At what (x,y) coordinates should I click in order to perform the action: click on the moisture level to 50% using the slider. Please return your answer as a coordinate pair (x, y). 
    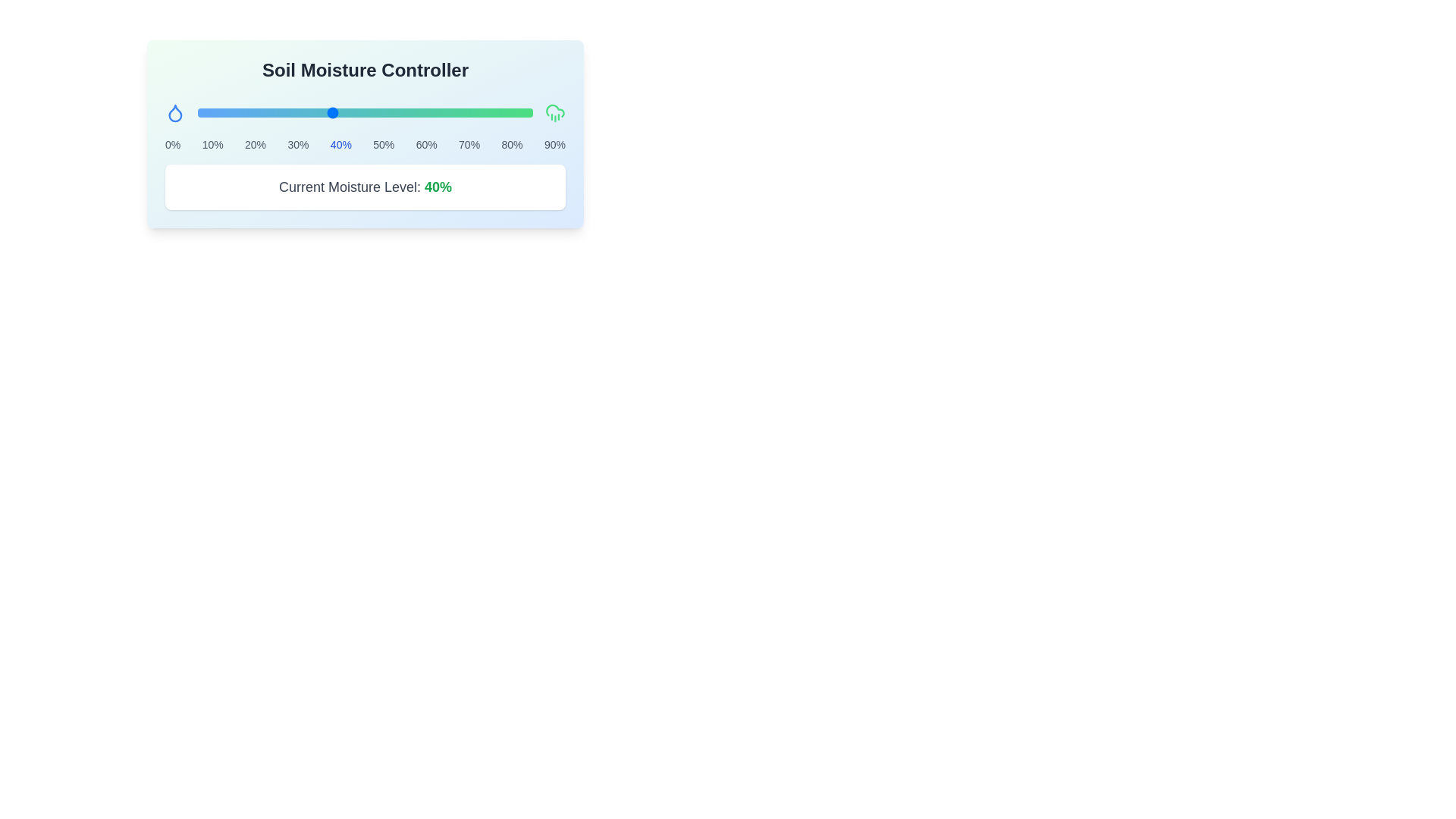
    Looking at the image, I should click on (365, 112).